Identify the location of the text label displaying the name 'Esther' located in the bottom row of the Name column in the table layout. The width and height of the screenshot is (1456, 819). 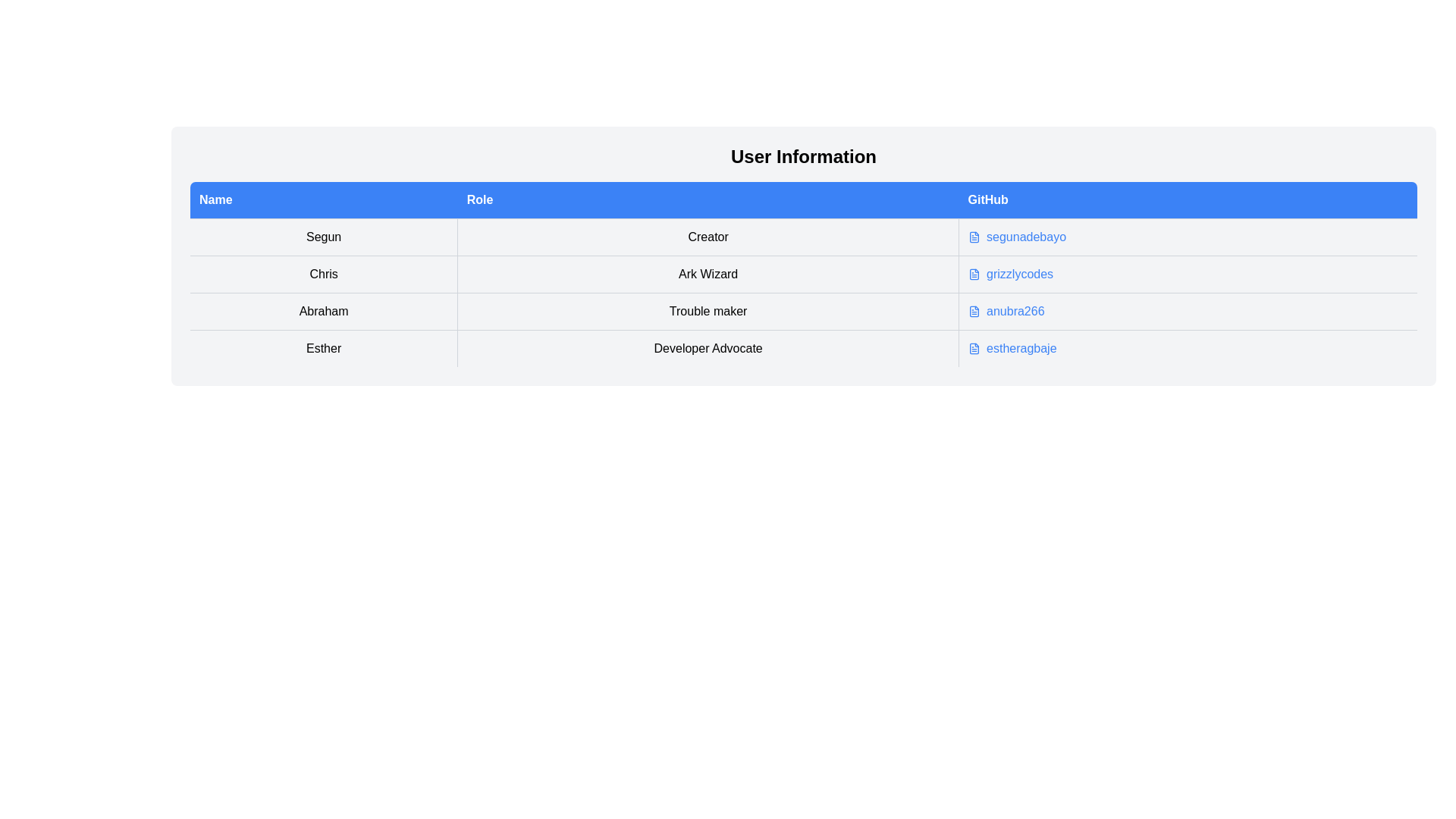
(323, 348).